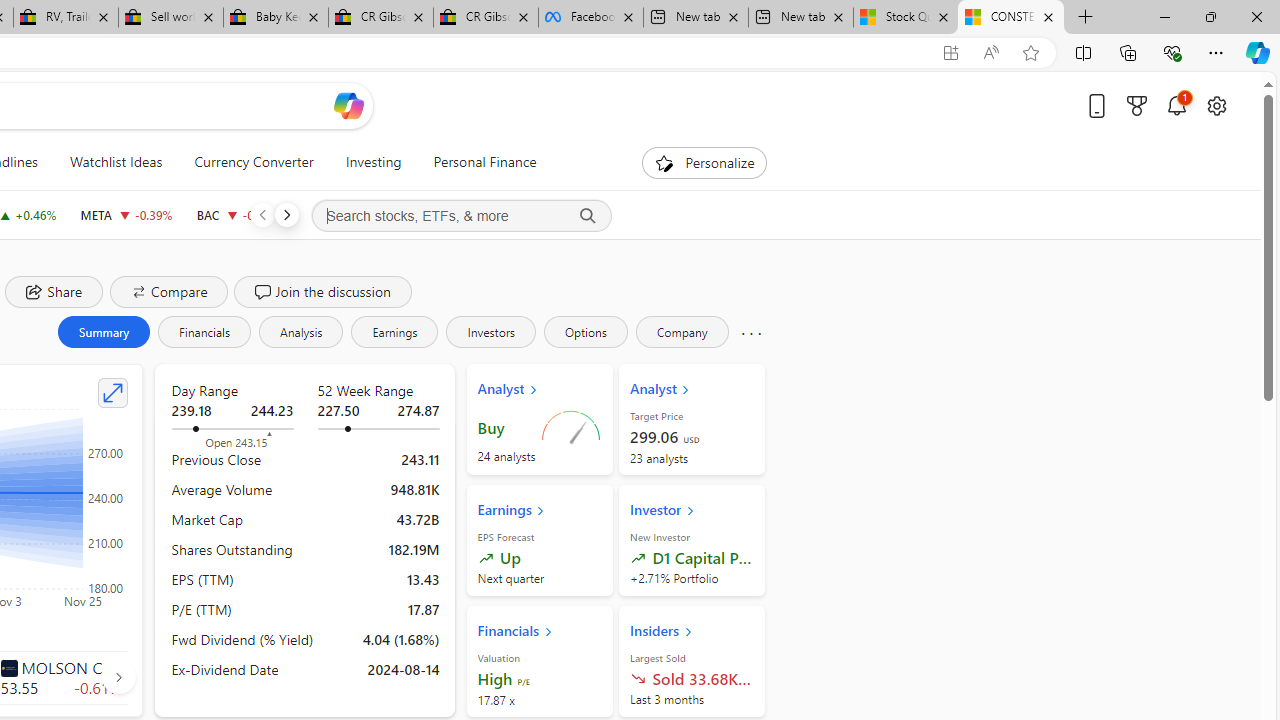  What do you see at coordinates (476, 162) in the screenshot?
I see `'Personal Finance'` at bounding box center [476, 162].